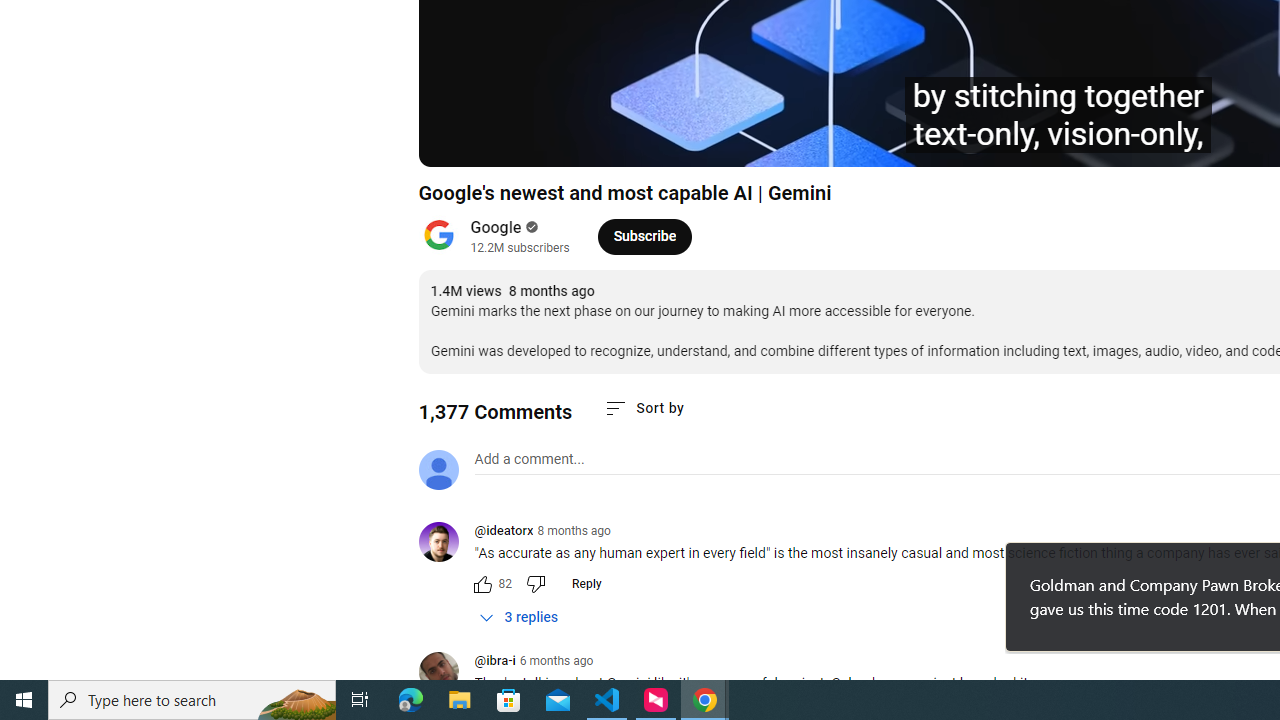 The image size is (1280, 720). Describe the element at coordinates (644, 407) in the screenshot. I see `'Sort comments'` at that location.